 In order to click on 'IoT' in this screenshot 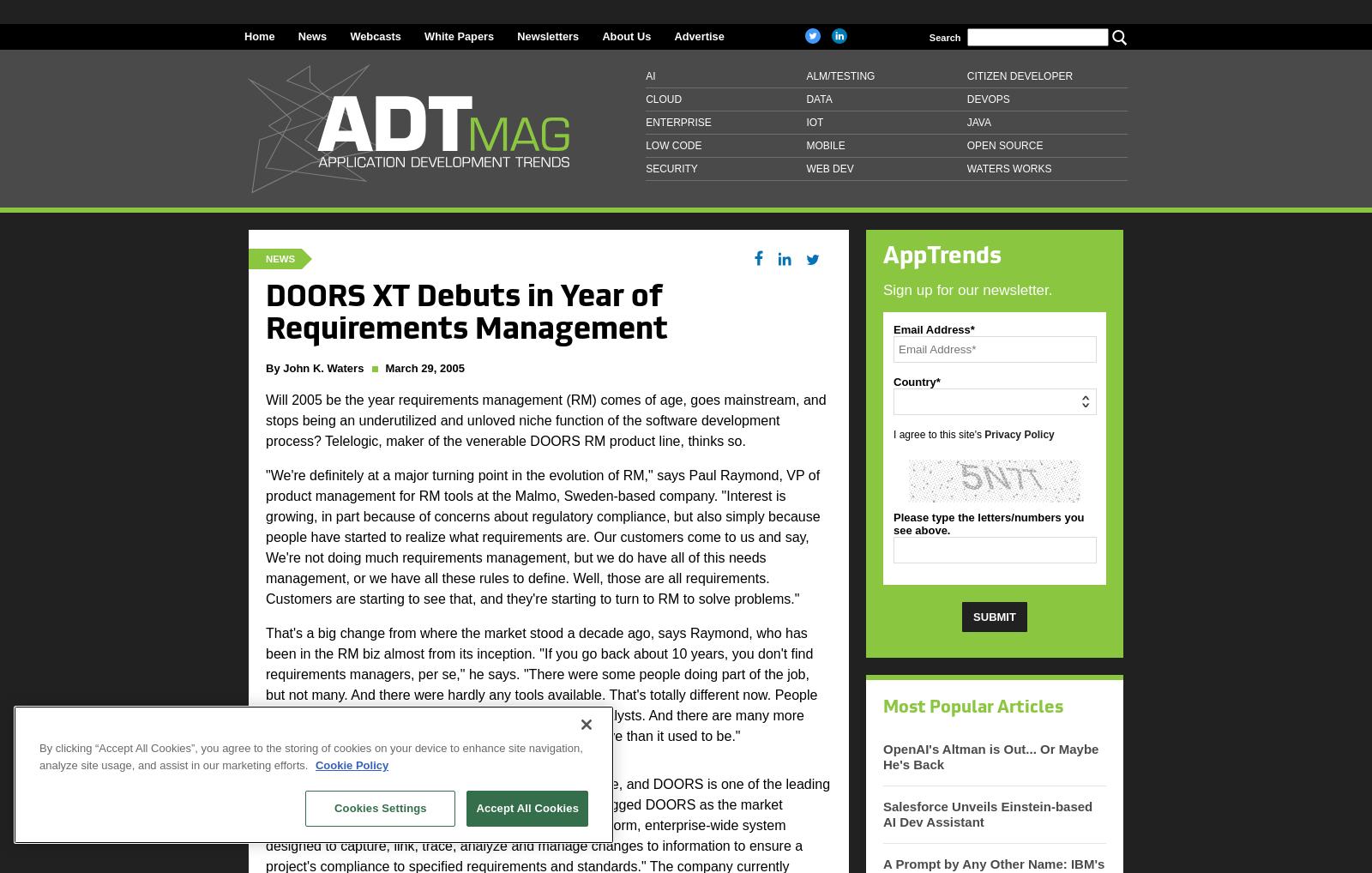, I will do `click(805, 122)`.